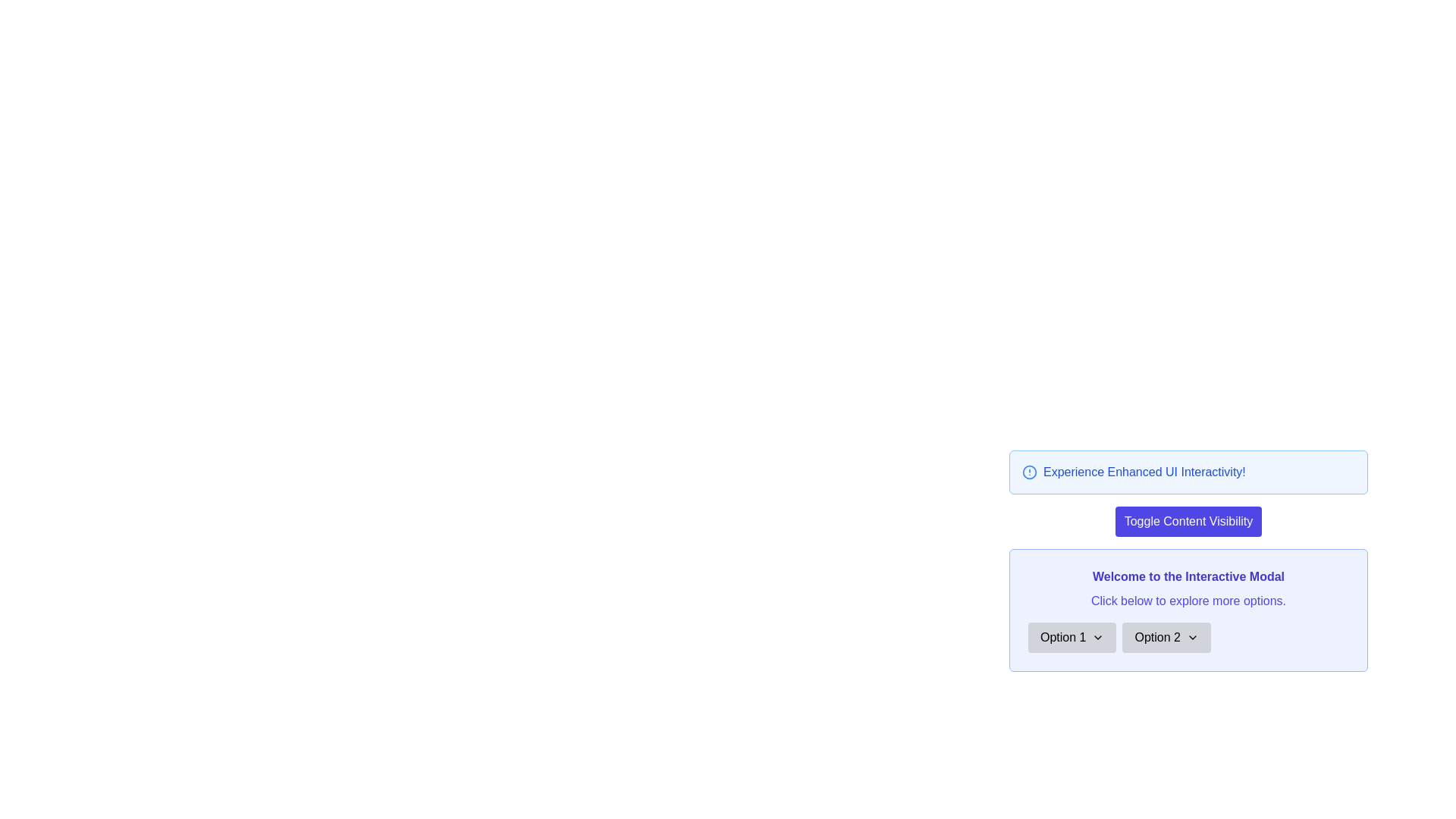 The image size is (1456, 819). I want to click on the small circular icon with a blue border that contains a line segment and a small dot, which is located before the text 'Experience Enhanced UI Interactivity!' in the top-right section of the interface, so click(1030, 472).